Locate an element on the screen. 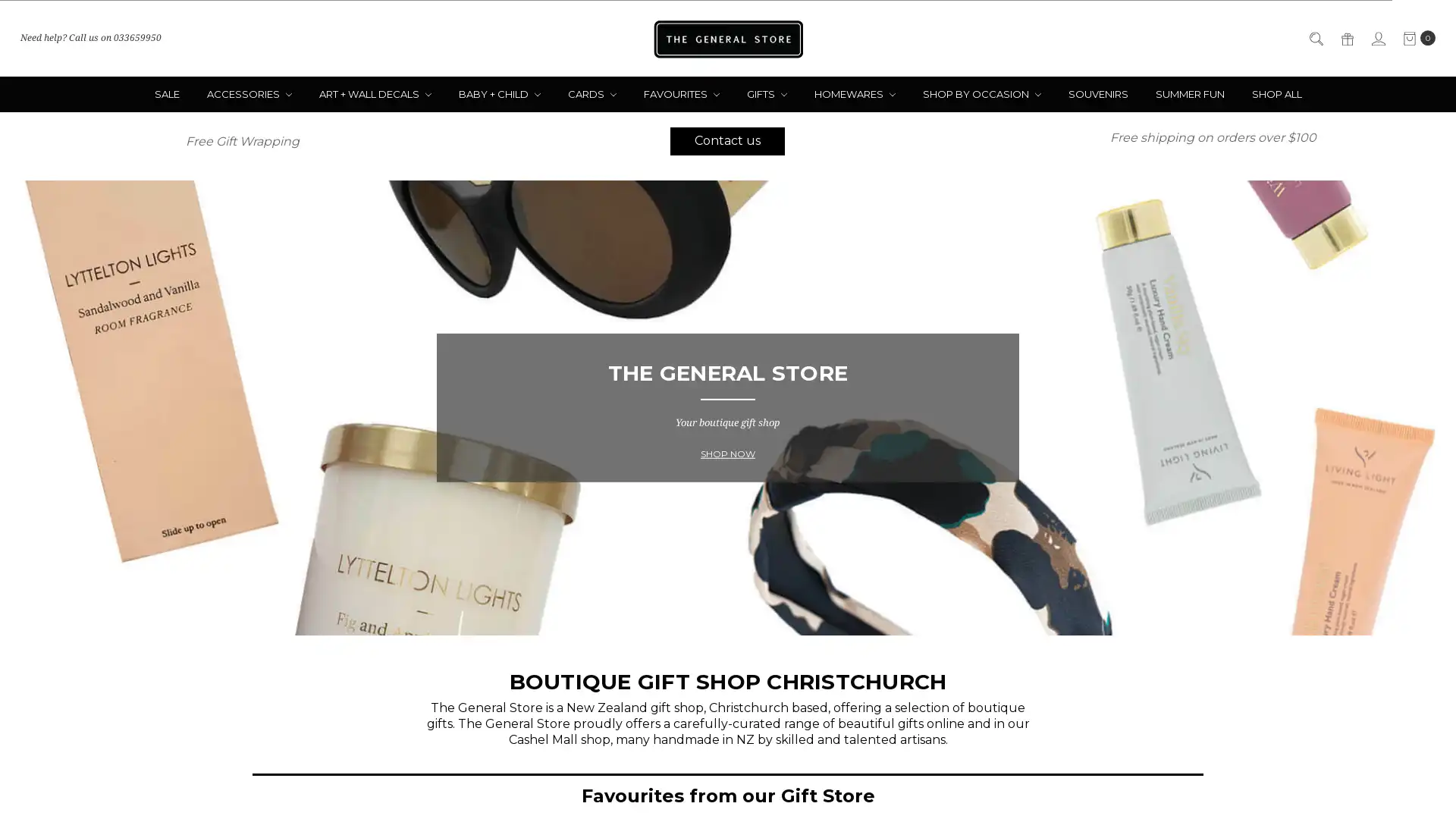  Contact us is located at coordinates (726, 140).